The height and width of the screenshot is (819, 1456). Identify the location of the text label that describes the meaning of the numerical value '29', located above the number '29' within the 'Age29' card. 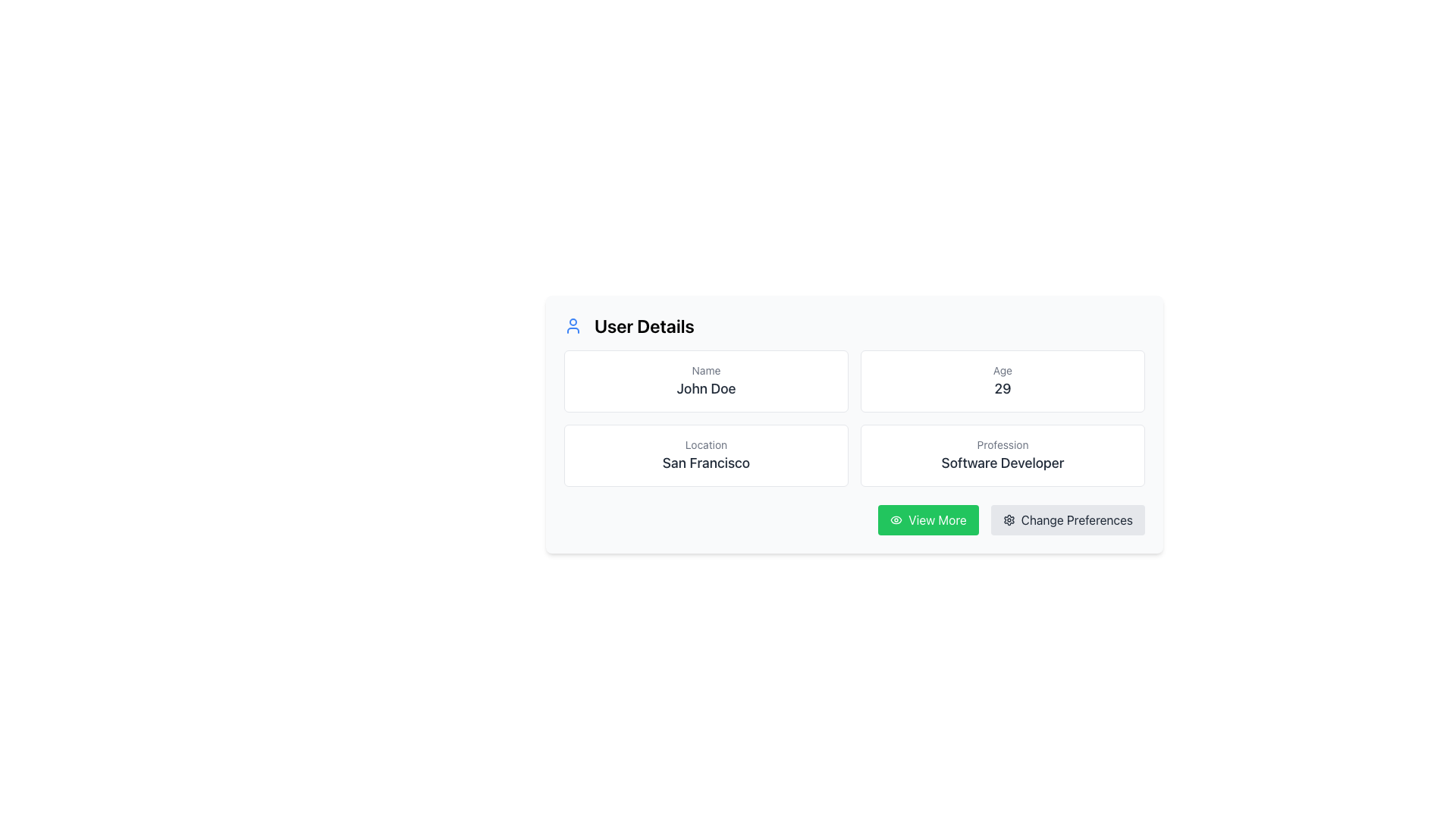
(1003, 371).